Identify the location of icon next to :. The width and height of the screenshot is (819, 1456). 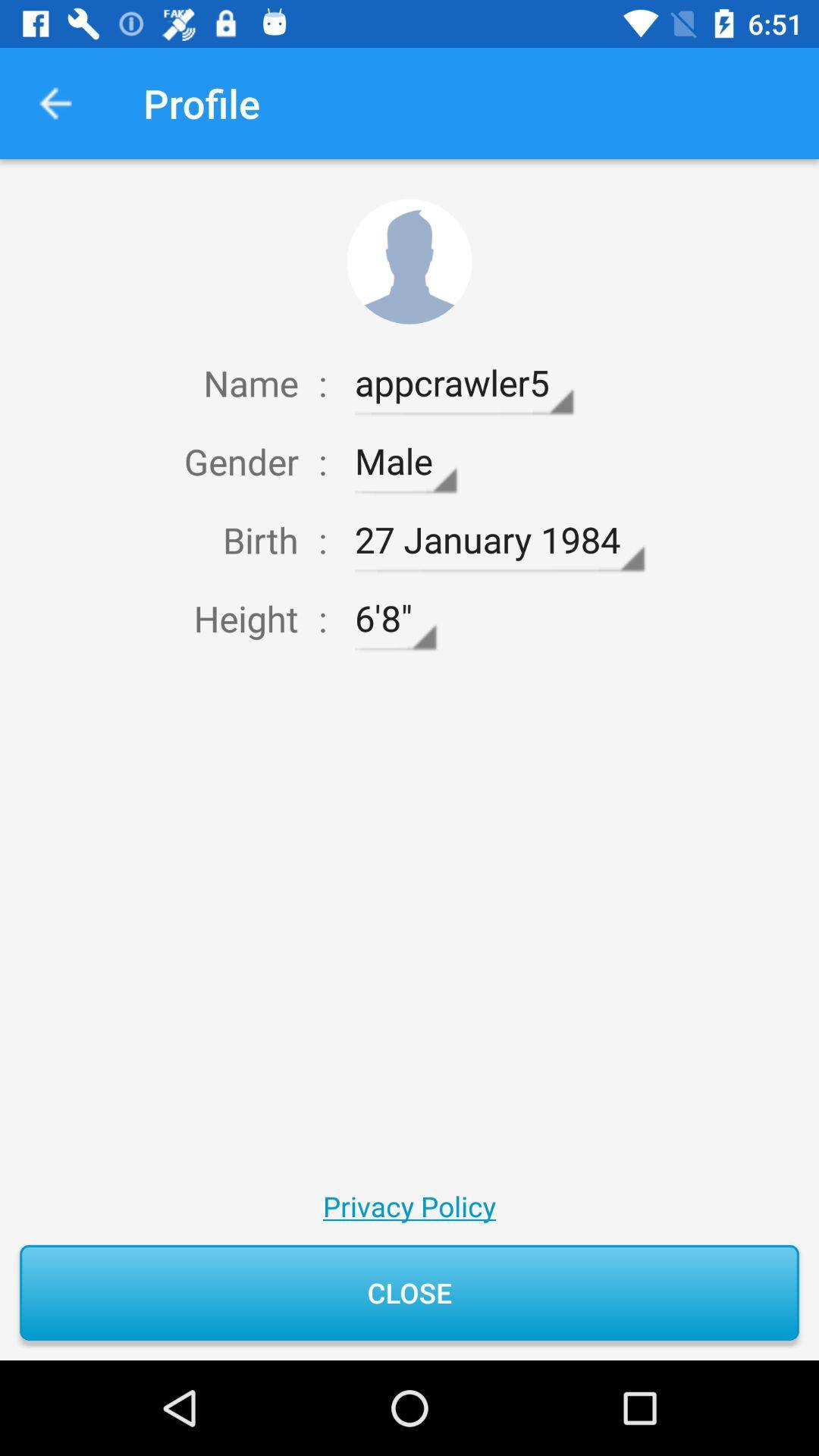
(463, 383).